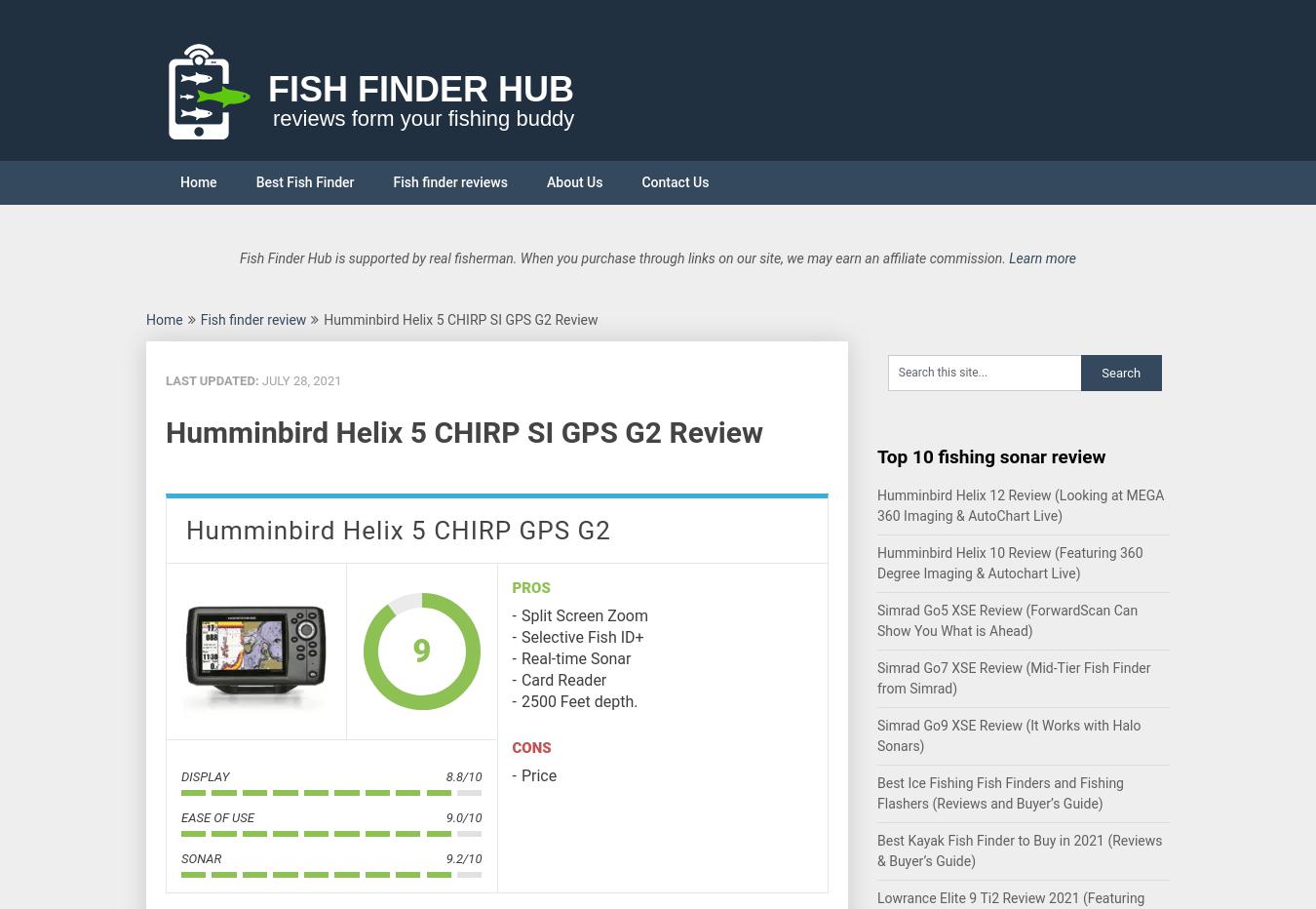 The width and height of the screenshot is (1316, 909). What do you see at coordinates (529, 747) in the screenshot?
I see `'Cons'` at bounding box center [529, 747].